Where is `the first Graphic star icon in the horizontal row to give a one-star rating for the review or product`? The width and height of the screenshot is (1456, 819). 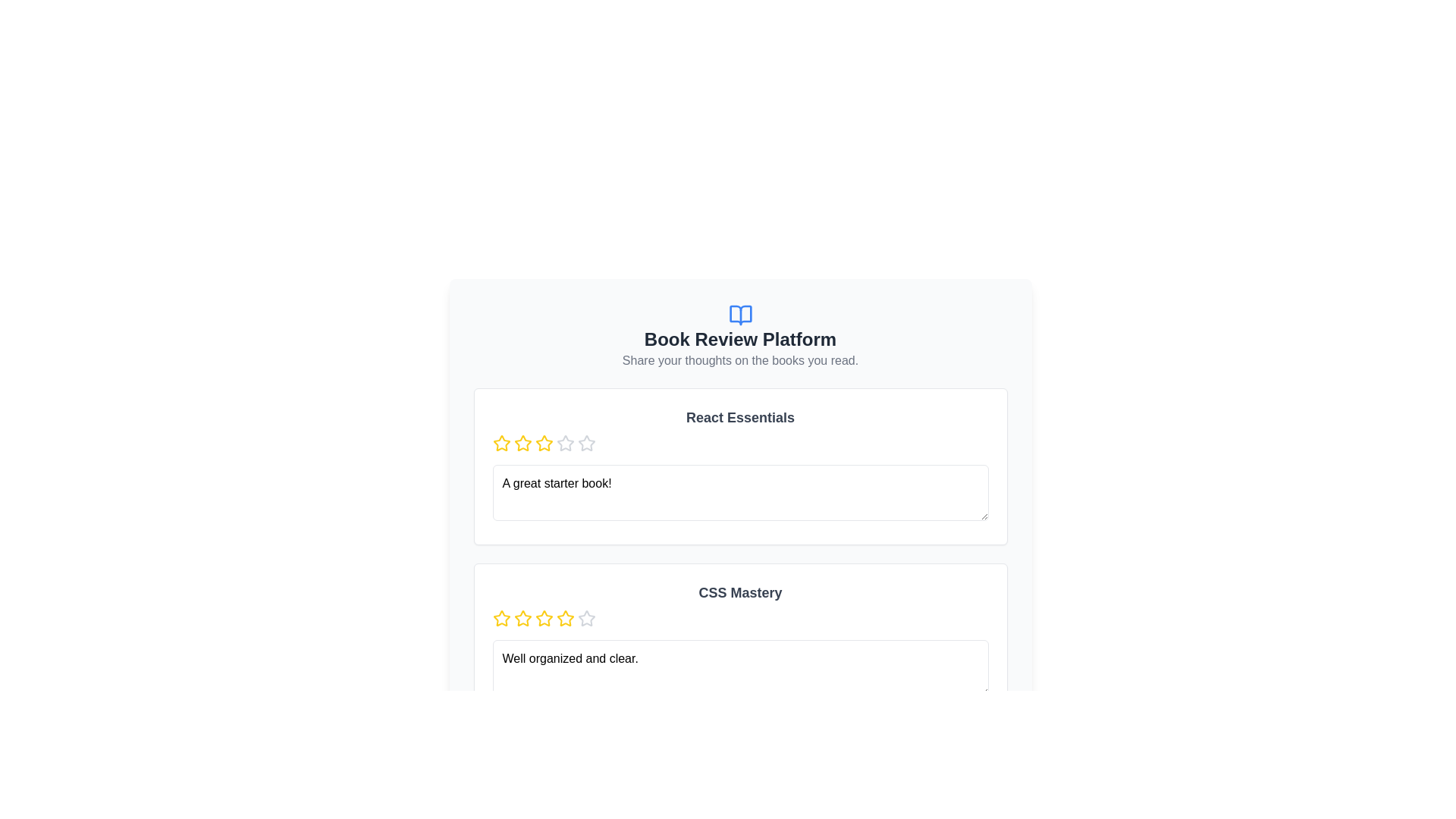
the first Graphic star icon in the horizontal row to give a one-star rating for the review or product is located at coordinates (501, 443).